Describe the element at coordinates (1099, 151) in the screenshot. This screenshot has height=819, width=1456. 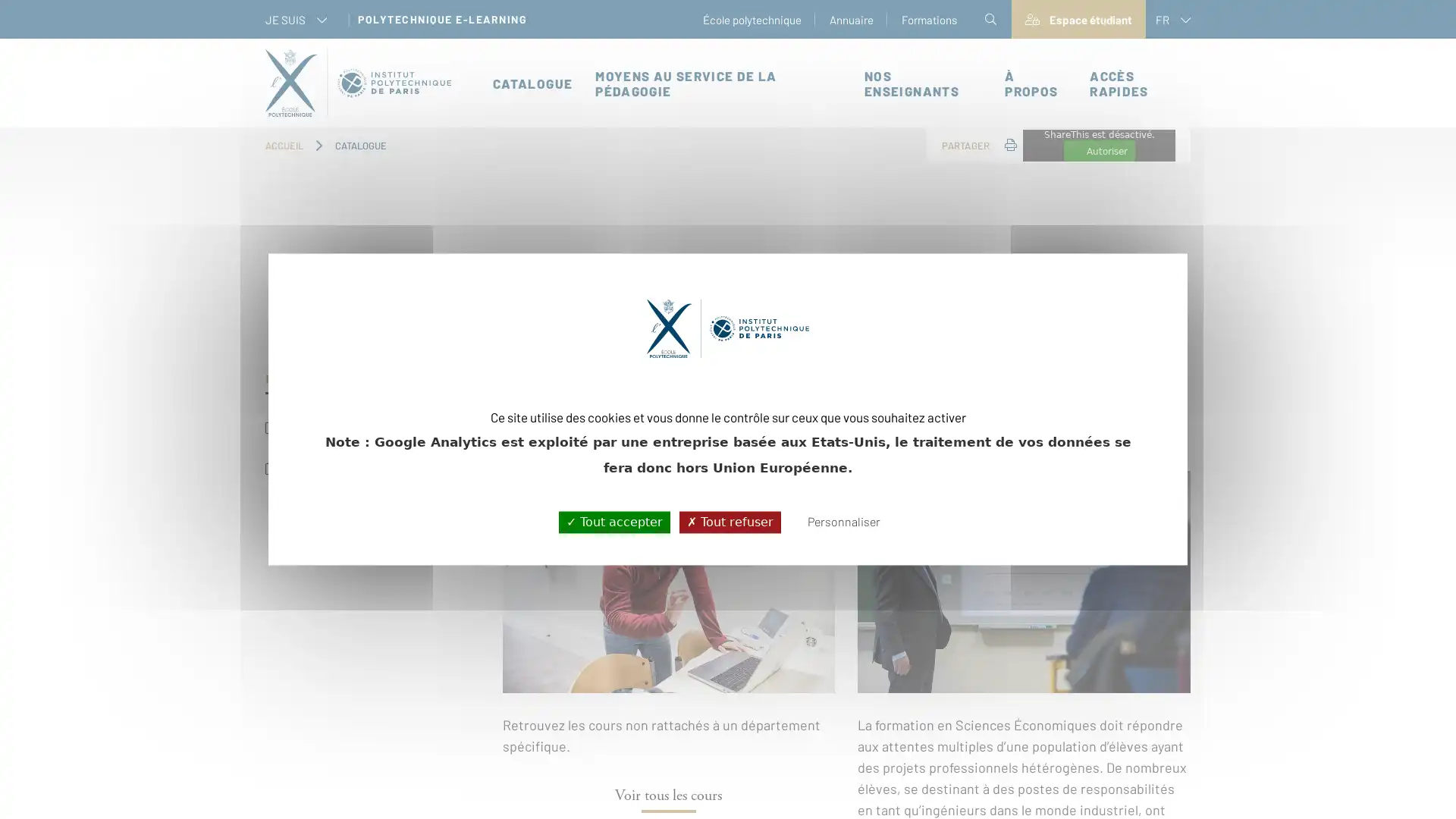
I see `Autoriser` at that location.